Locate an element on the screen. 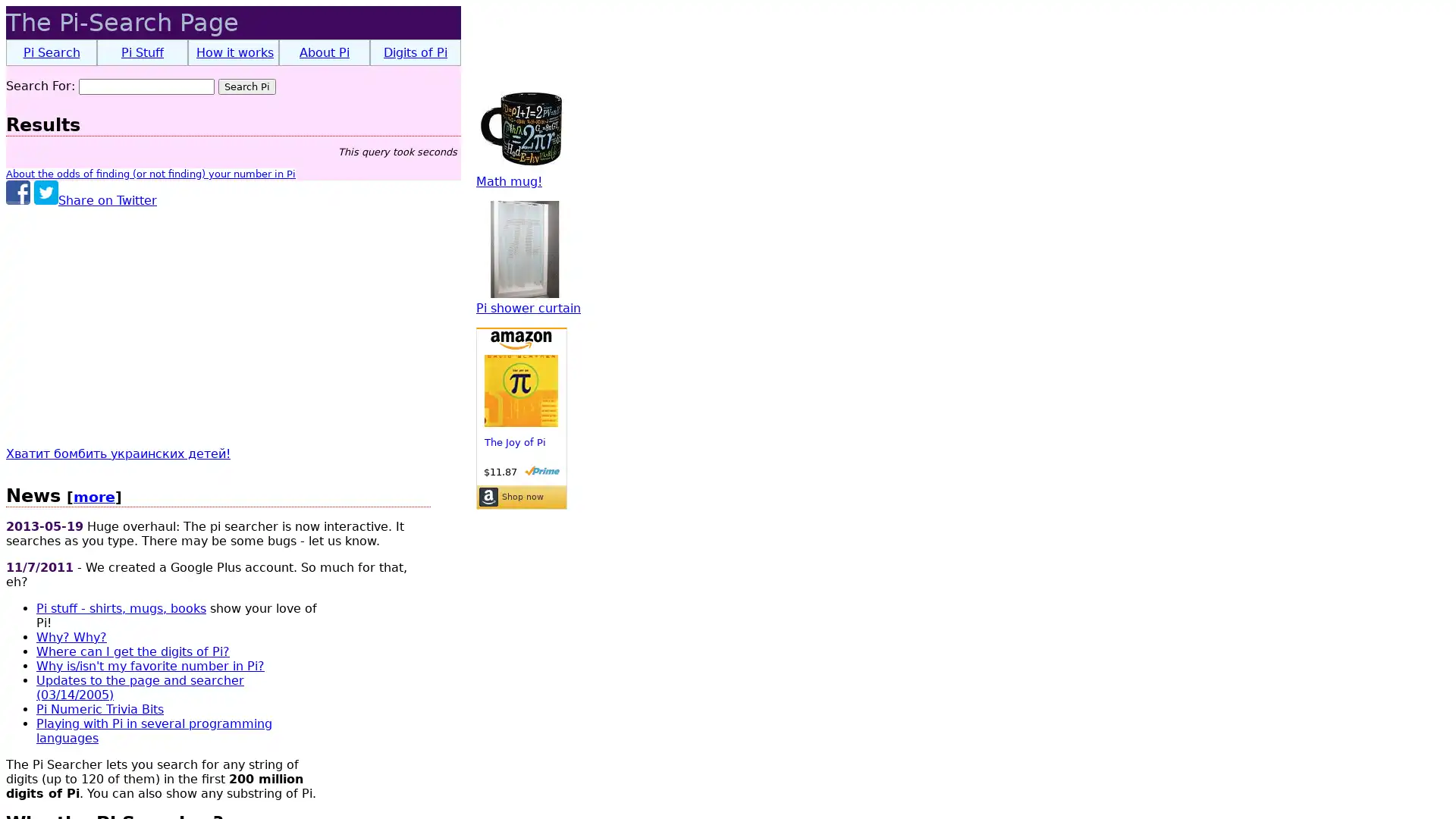 This screenshot has width=1456, height=819. Search Pi is located at coordinates (247, 86).